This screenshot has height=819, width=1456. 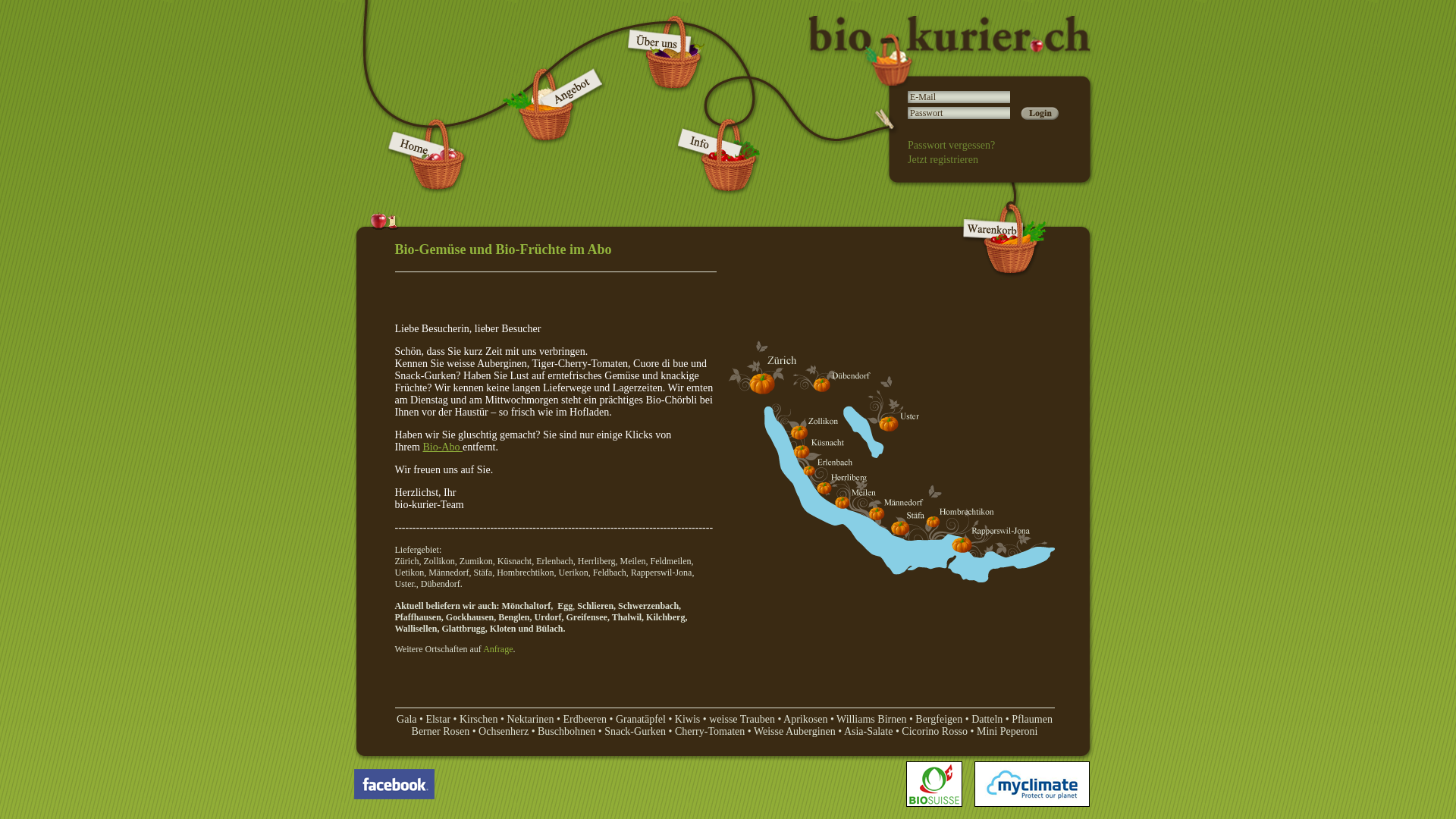 I want to click on 'Jetzt registrieren', so click(x=942, y=159).